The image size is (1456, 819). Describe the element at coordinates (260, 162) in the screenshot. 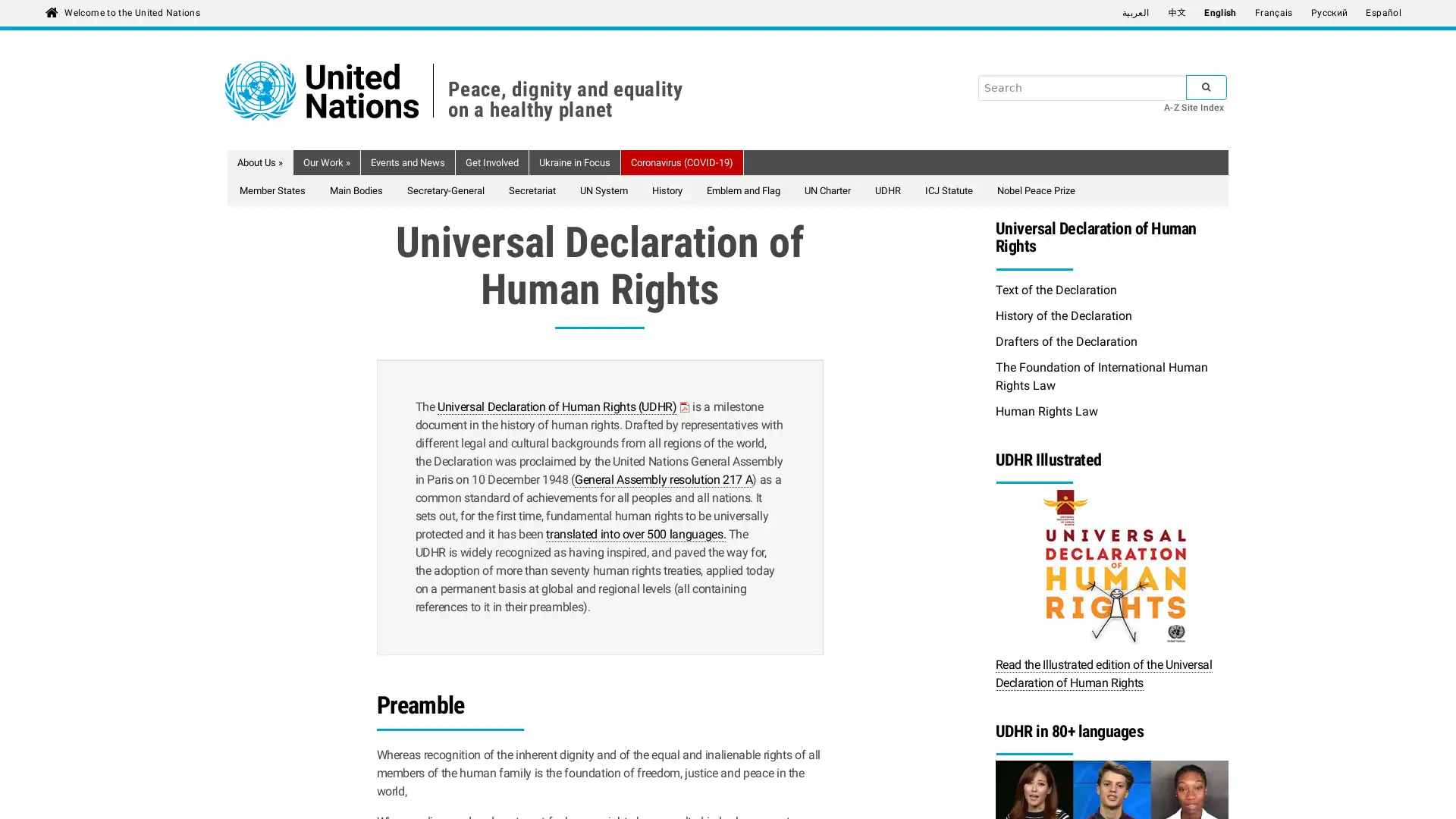

I see `About Us` at that location.